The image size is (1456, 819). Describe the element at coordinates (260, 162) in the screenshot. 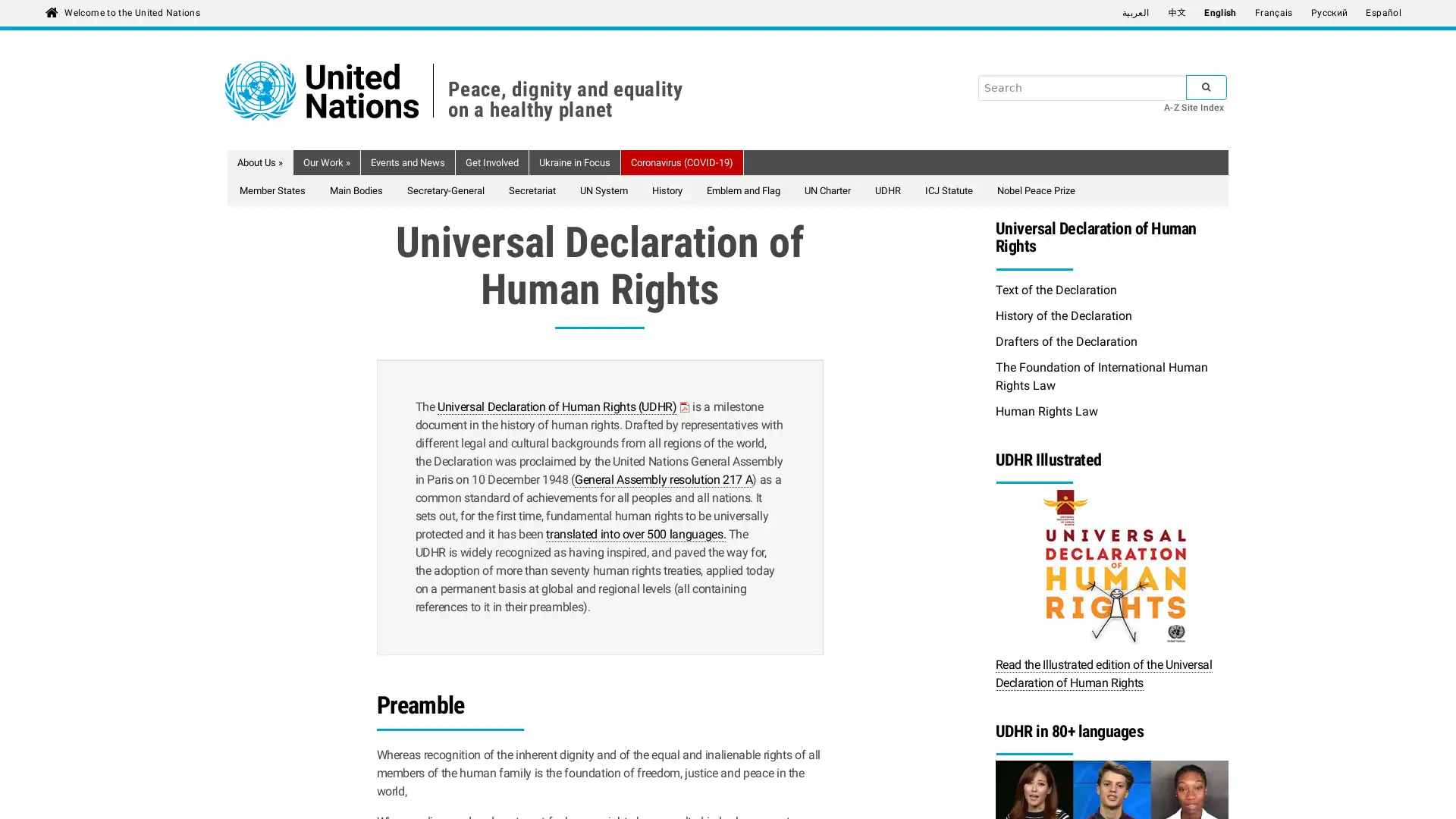

I see `About Us` at that location.